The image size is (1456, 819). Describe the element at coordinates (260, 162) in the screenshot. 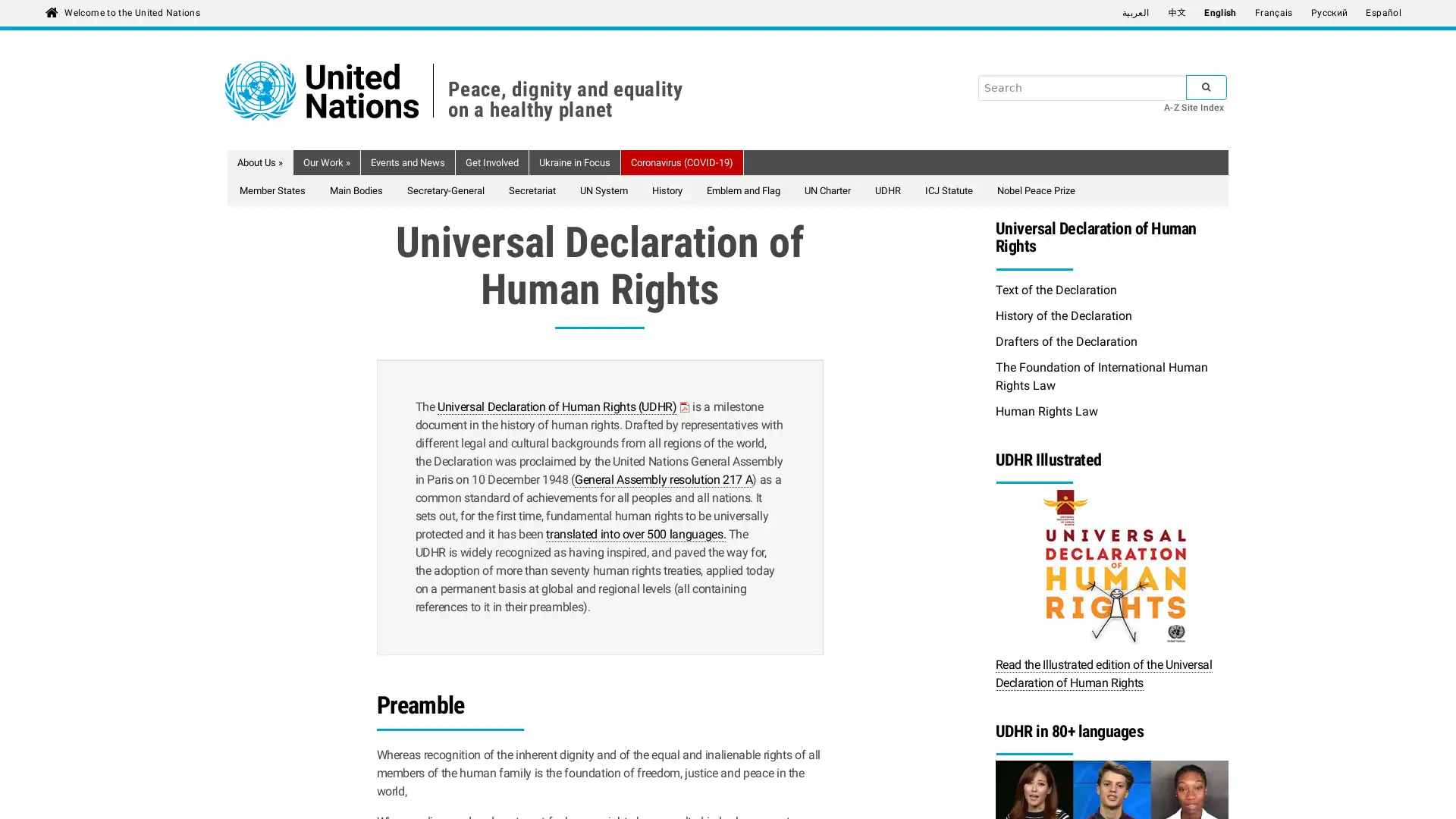

I see `About Us` at that location.